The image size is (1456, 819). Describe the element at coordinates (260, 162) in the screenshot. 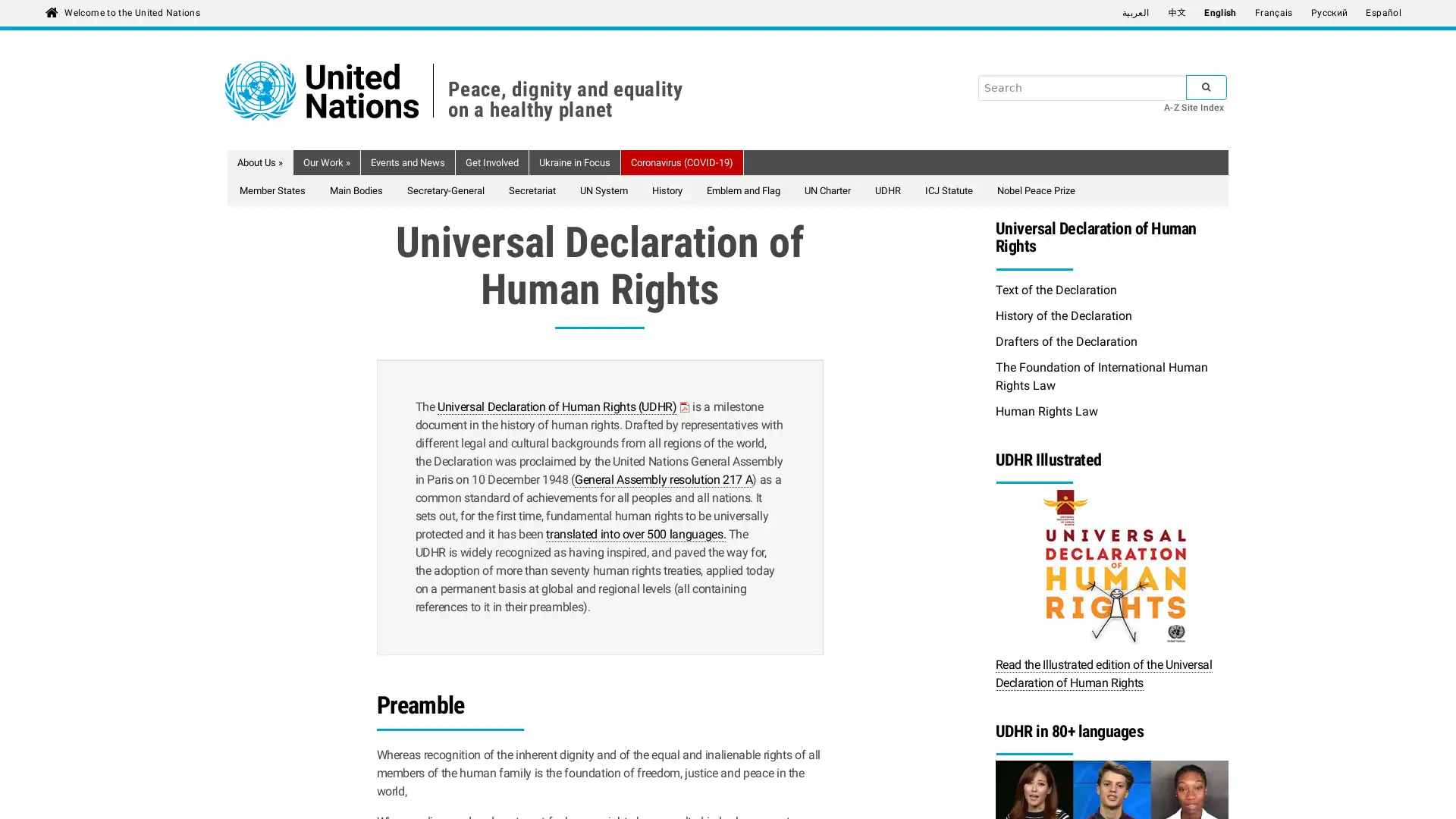

I see `About Us` at that location.